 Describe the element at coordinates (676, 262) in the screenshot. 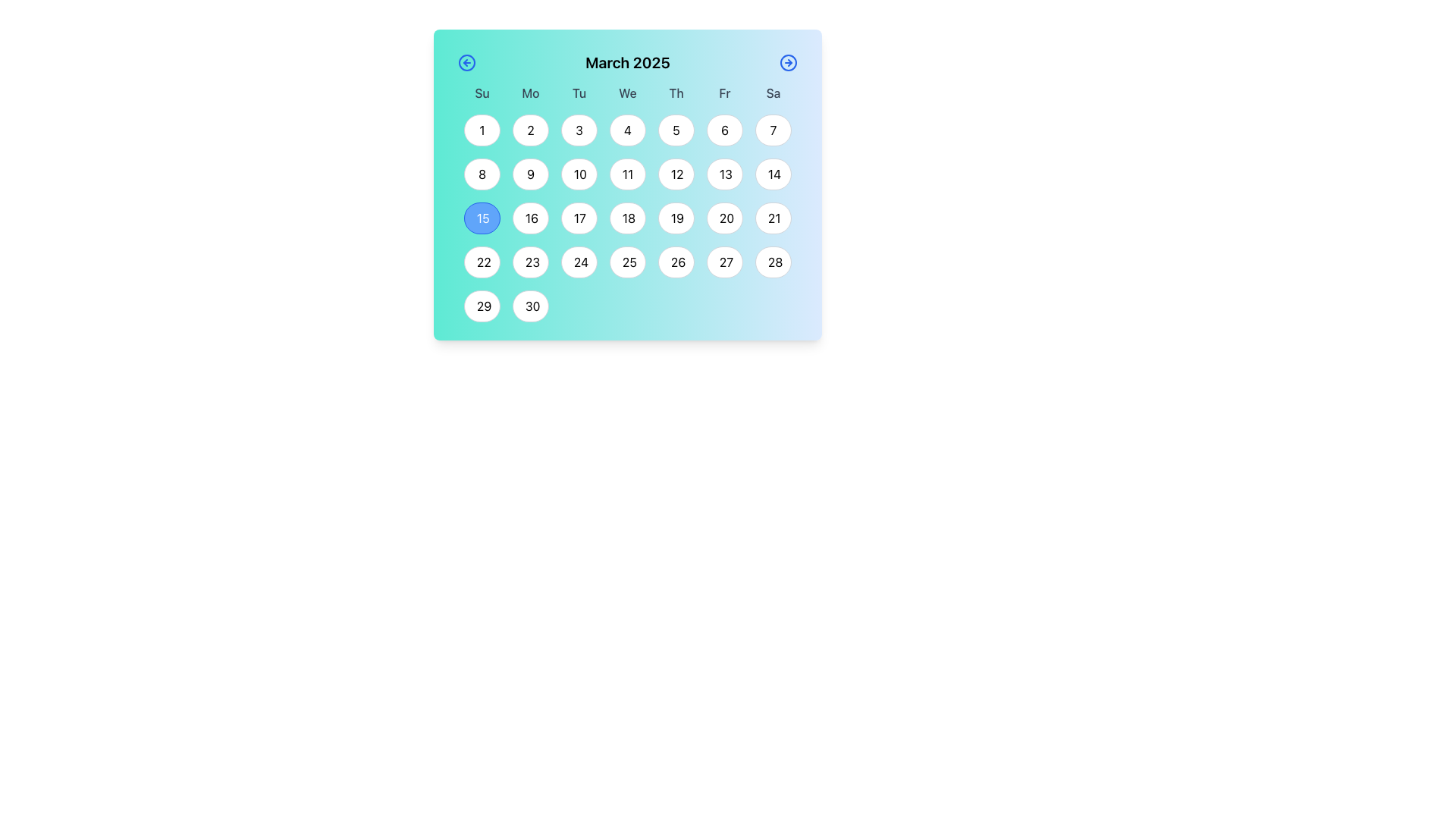

I see `the circular button displaying '26' located` at that location.